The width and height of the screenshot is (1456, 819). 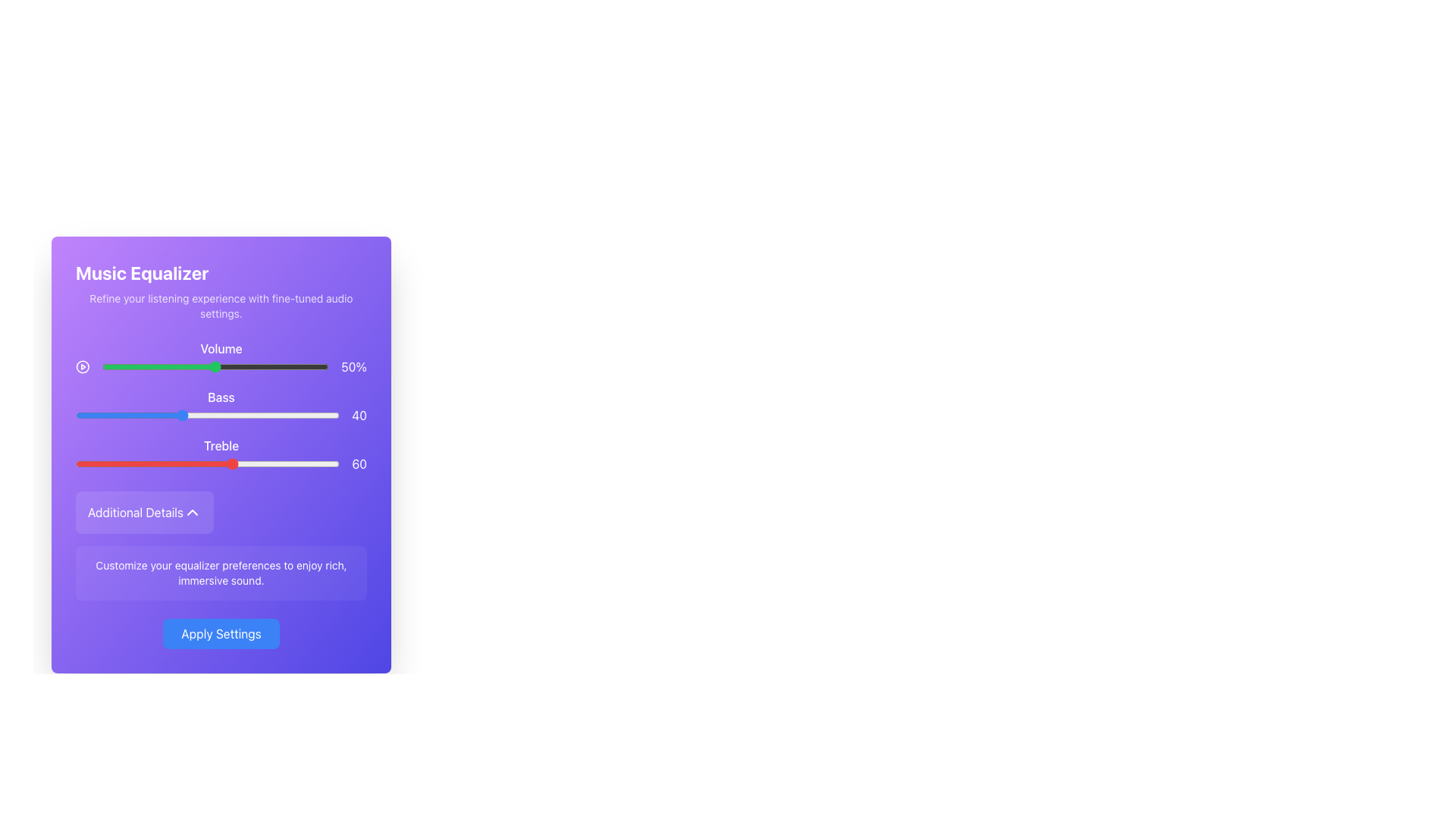 What do you see at coordinates (171, 463) in the screenshot?
I see `the treble` at bounding box center [171, 463].